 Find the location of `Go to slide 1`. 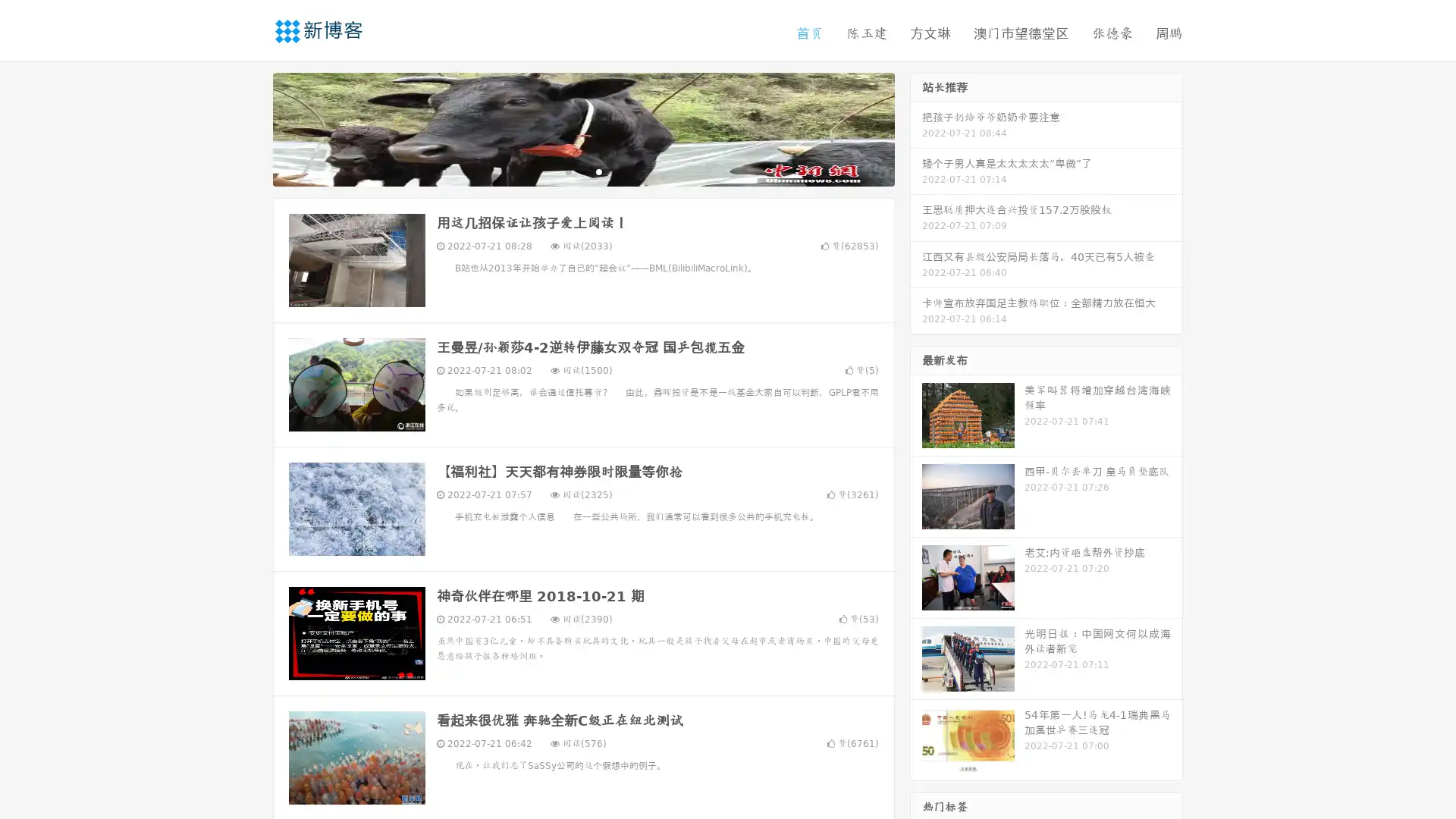

Go to slide 1 is located at coordinates (567, 171).